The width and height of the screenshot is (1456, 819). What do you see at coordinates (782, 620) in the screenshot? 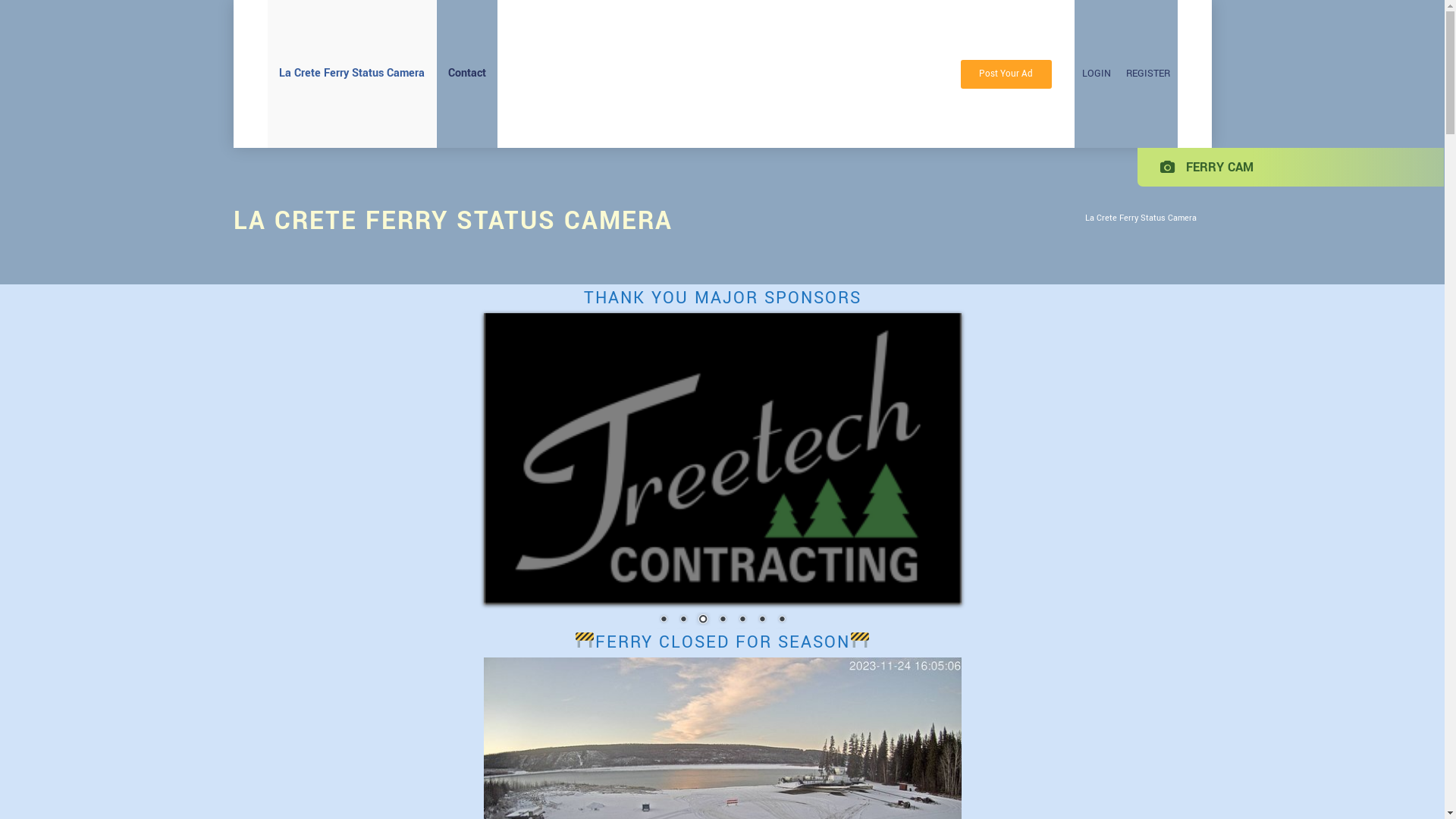
I see `'7'` at bounding box center [782, 620].